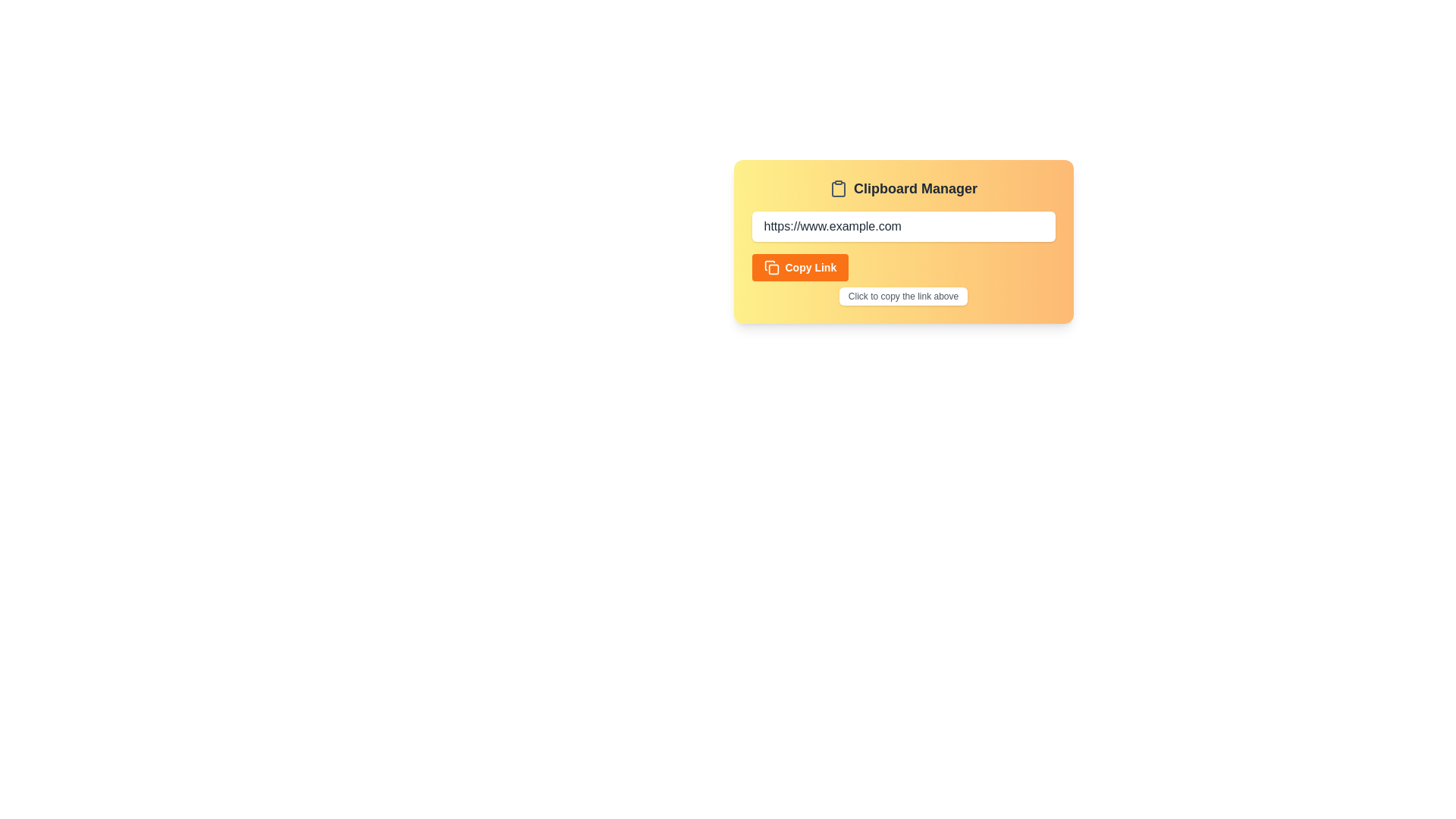  What do you see at coordinates (903, 188) in the screenshot?
I see `the Text Label with Icon that serves as the header for Clipboard Management, located at the top of the card with a gradient background from yellow to orange` at bounding box center [903, 188].